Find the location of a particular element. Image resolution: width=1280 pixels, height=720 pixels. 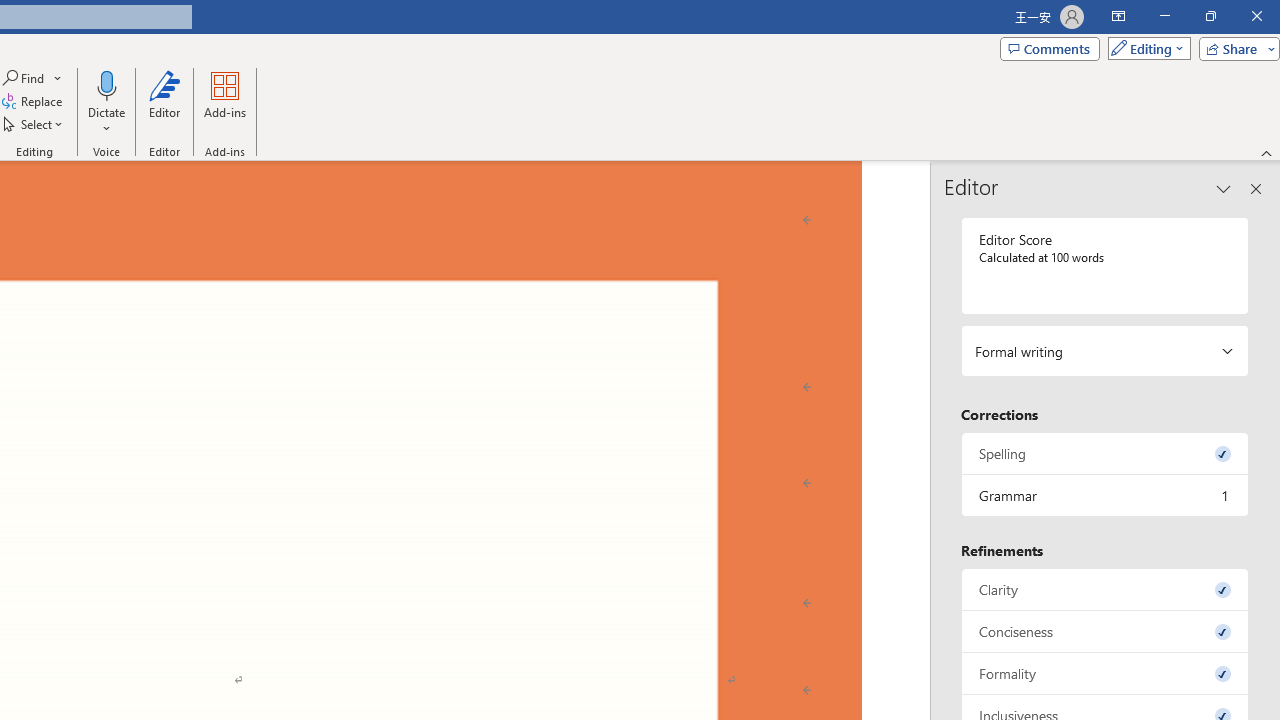

'Conciseness, 0 issues. Press space or enter to review items.' is located at coordinates (1104, 631).